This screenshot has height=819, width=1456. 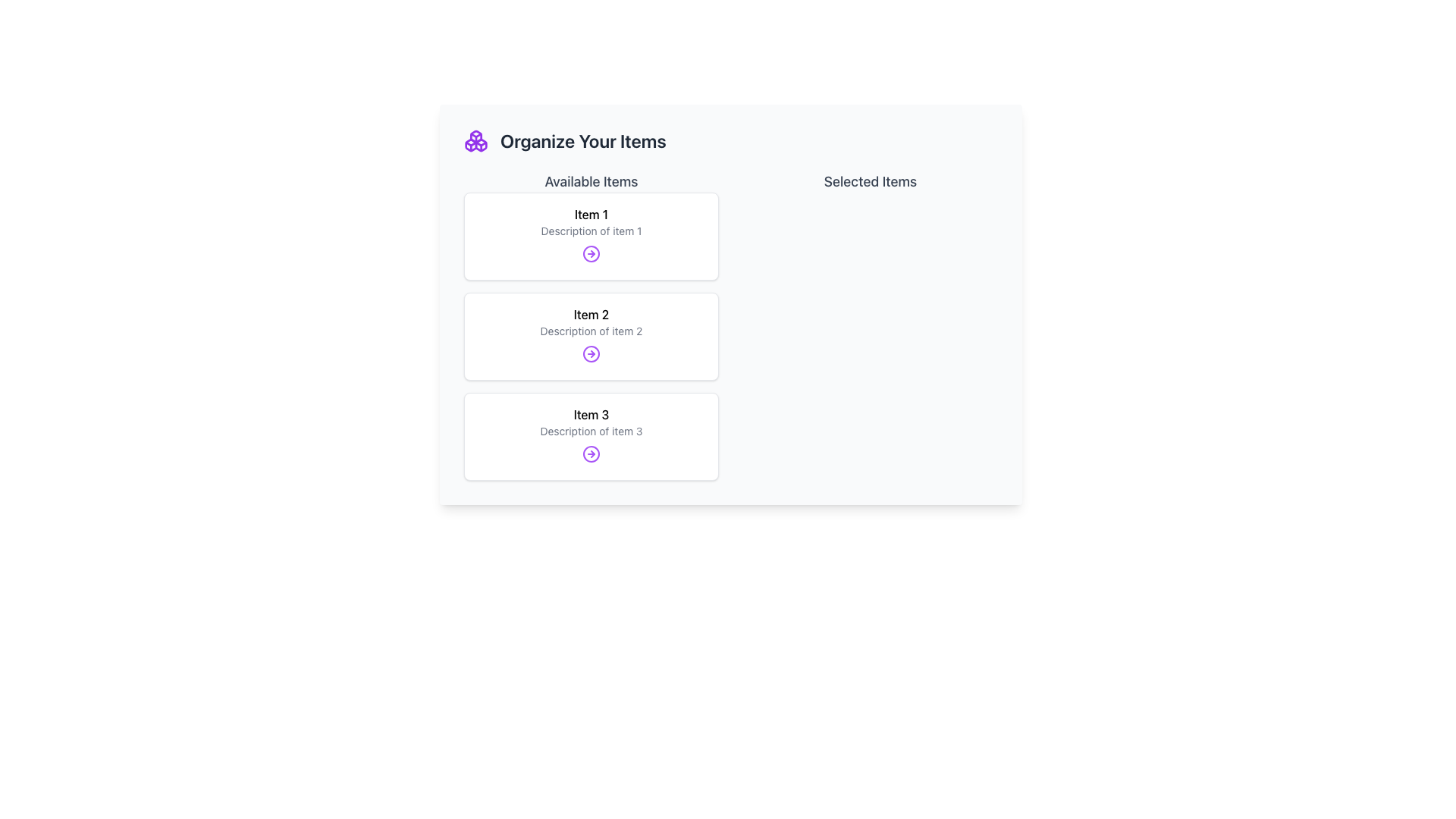 I want to click on the Decorative SVG graphic component located in the lower-left quadrant of the highlighted SVG icon at the top-left of the interface, so click(x=470, y=145).